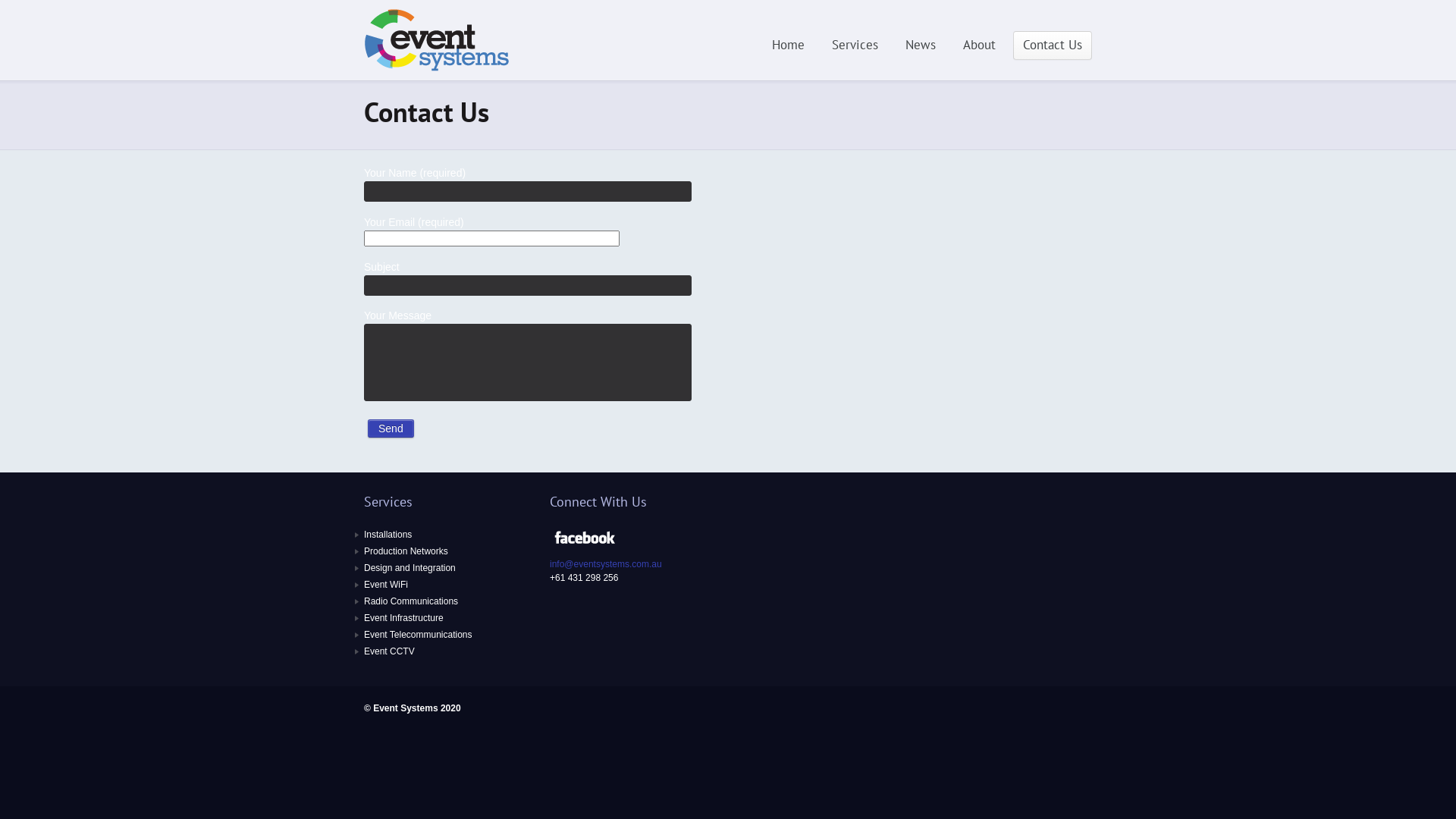 Image resolution: width=1456 pixels, height=819 pixels. What do you see at coordinates (364, 617) in the screenshot?
I see `'Event Infrastructure'` at bounding box center [364, 617].